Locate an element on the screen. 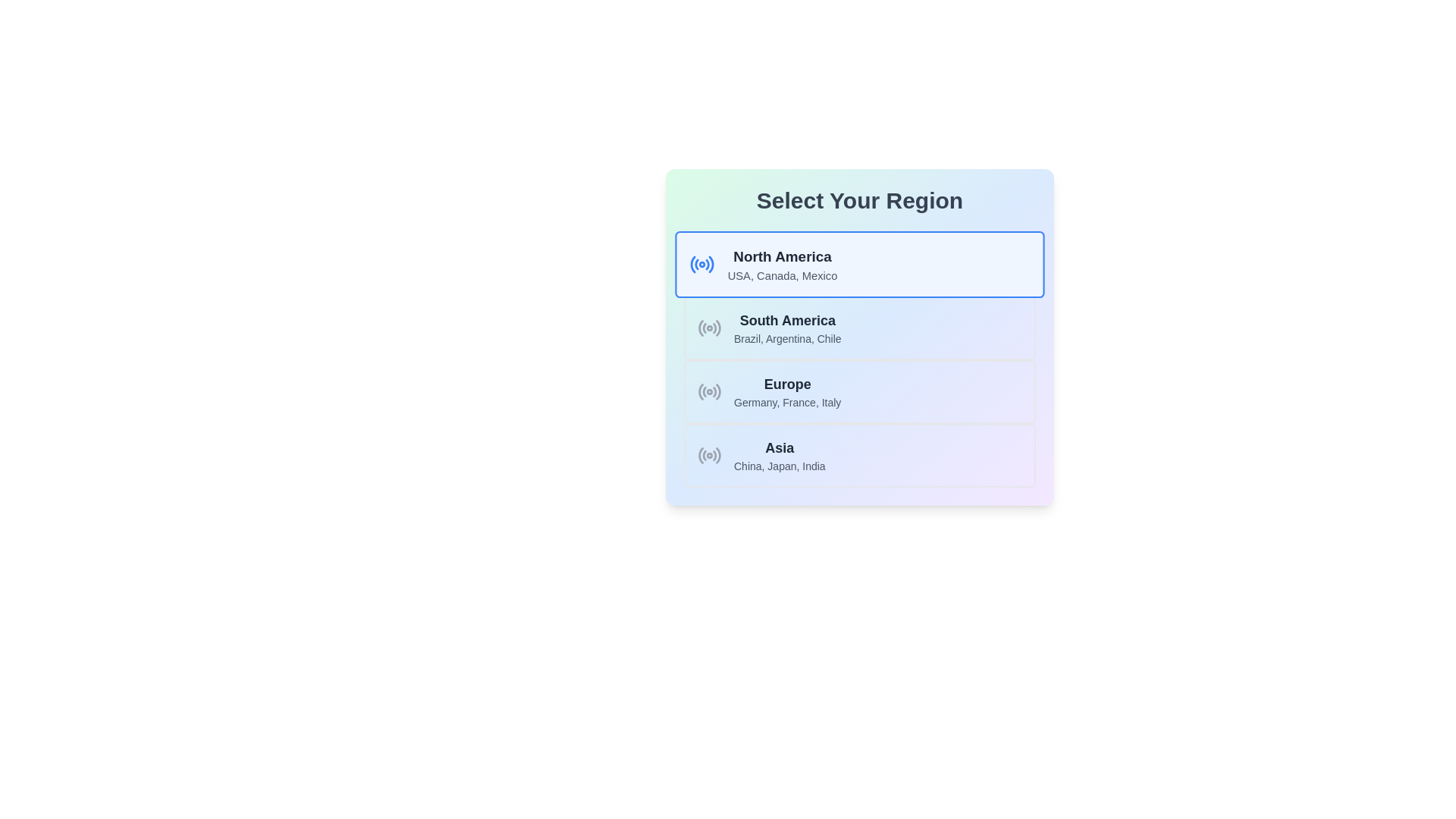  the fourth List Item in the 'Select Your Region' card is located at coordinates (780, 455).